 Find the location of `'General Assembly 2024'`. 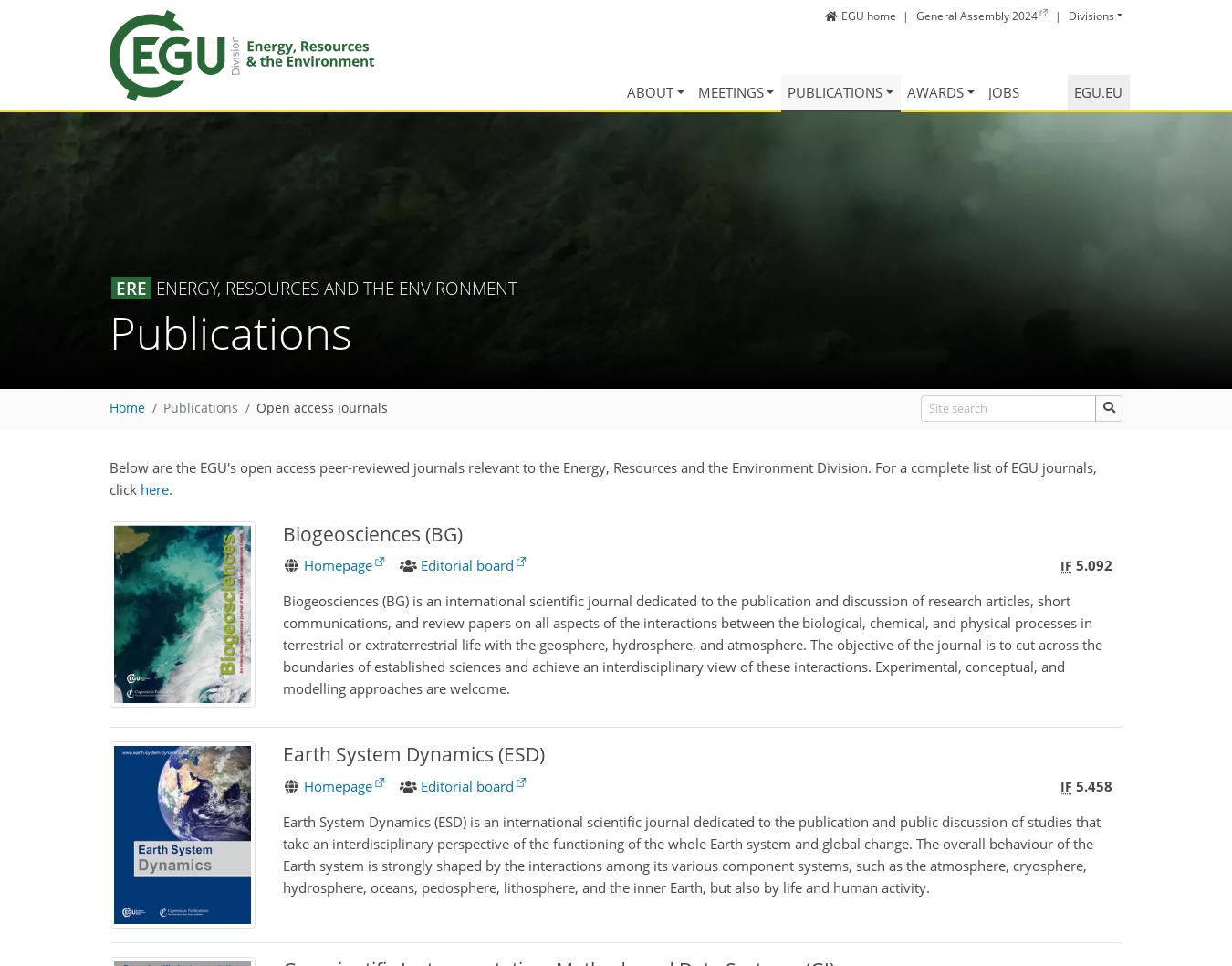

'General Assembly 2024' is located at coordinates (914, 15).